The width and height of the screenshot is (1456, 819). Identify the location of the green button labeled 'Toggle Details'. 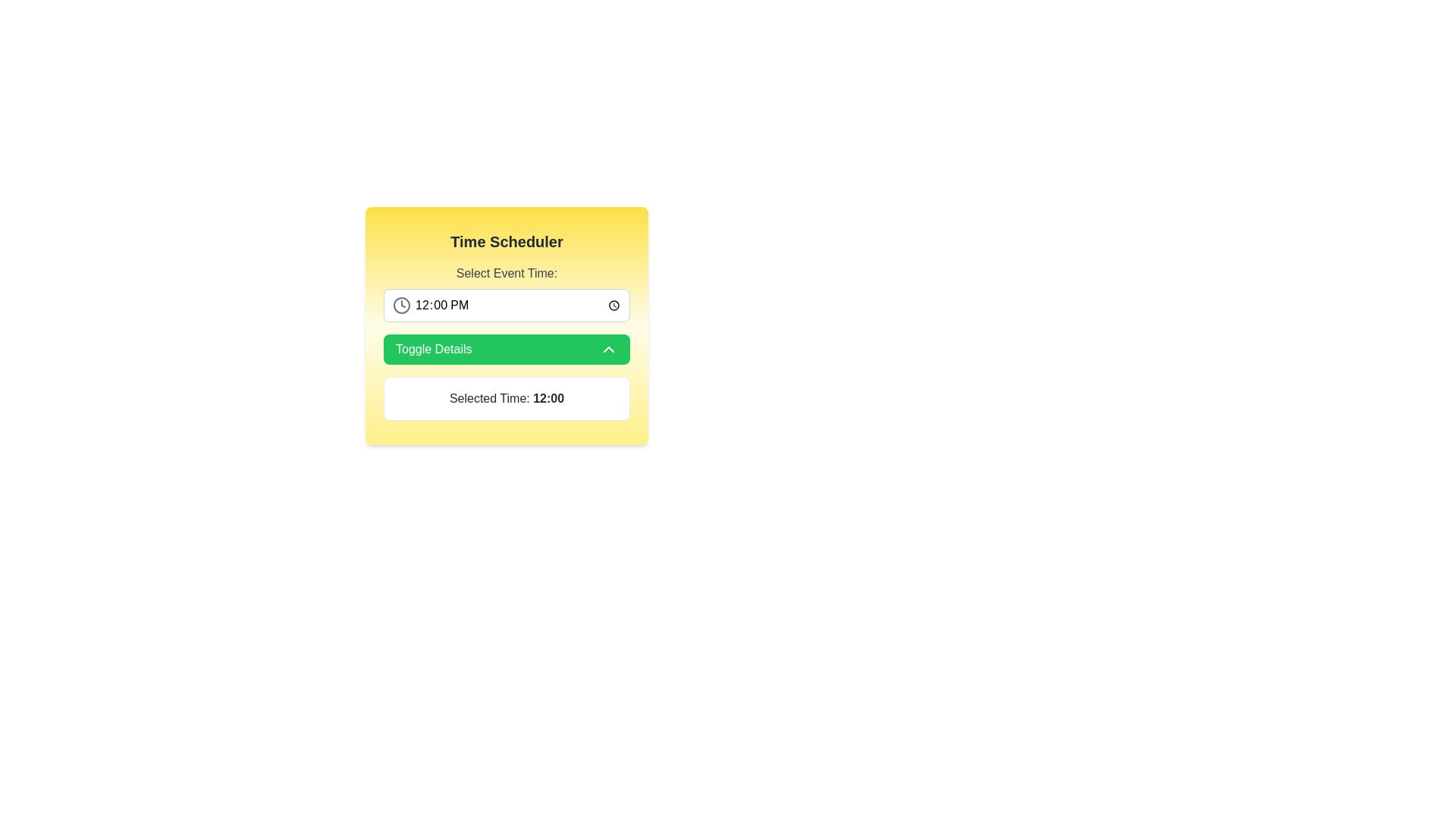
(507, 342).